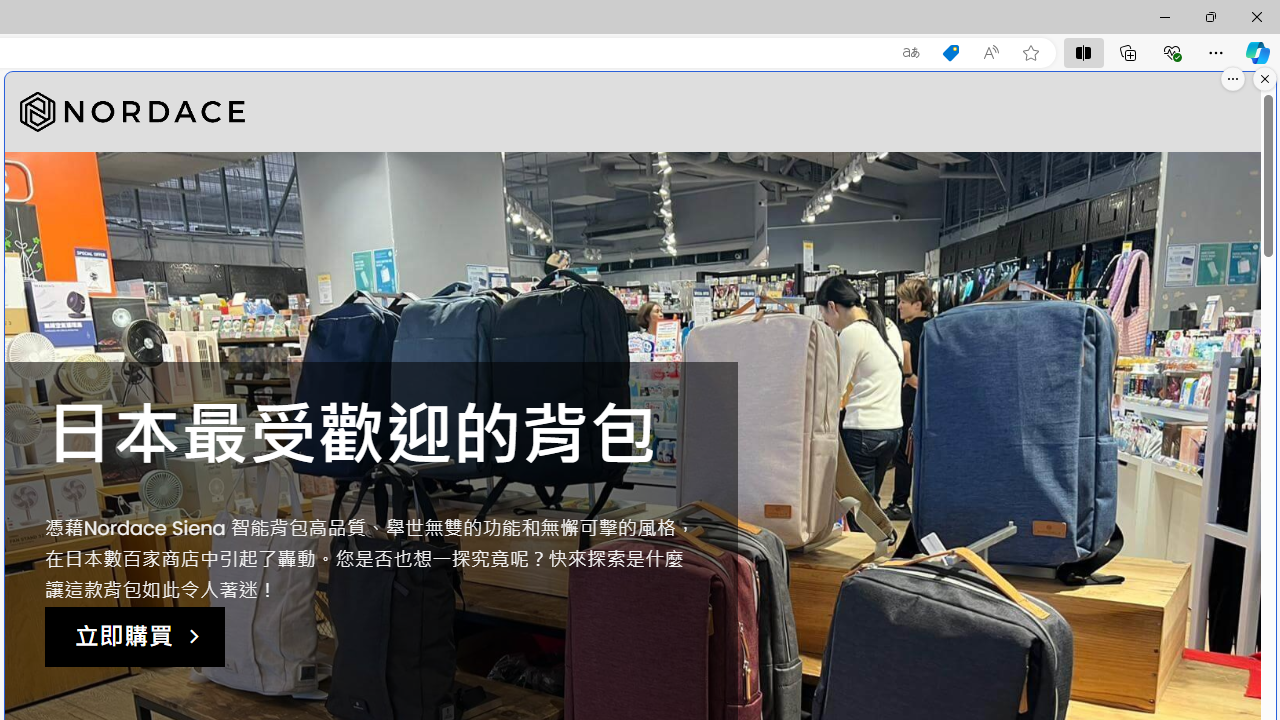 The height and width of the screenshot is (720, 1280). Describe the element at coordinates (950, 52) in the screenshot. I see `'This site has coupons! Shopping in Microsoft Edge'` at that location.